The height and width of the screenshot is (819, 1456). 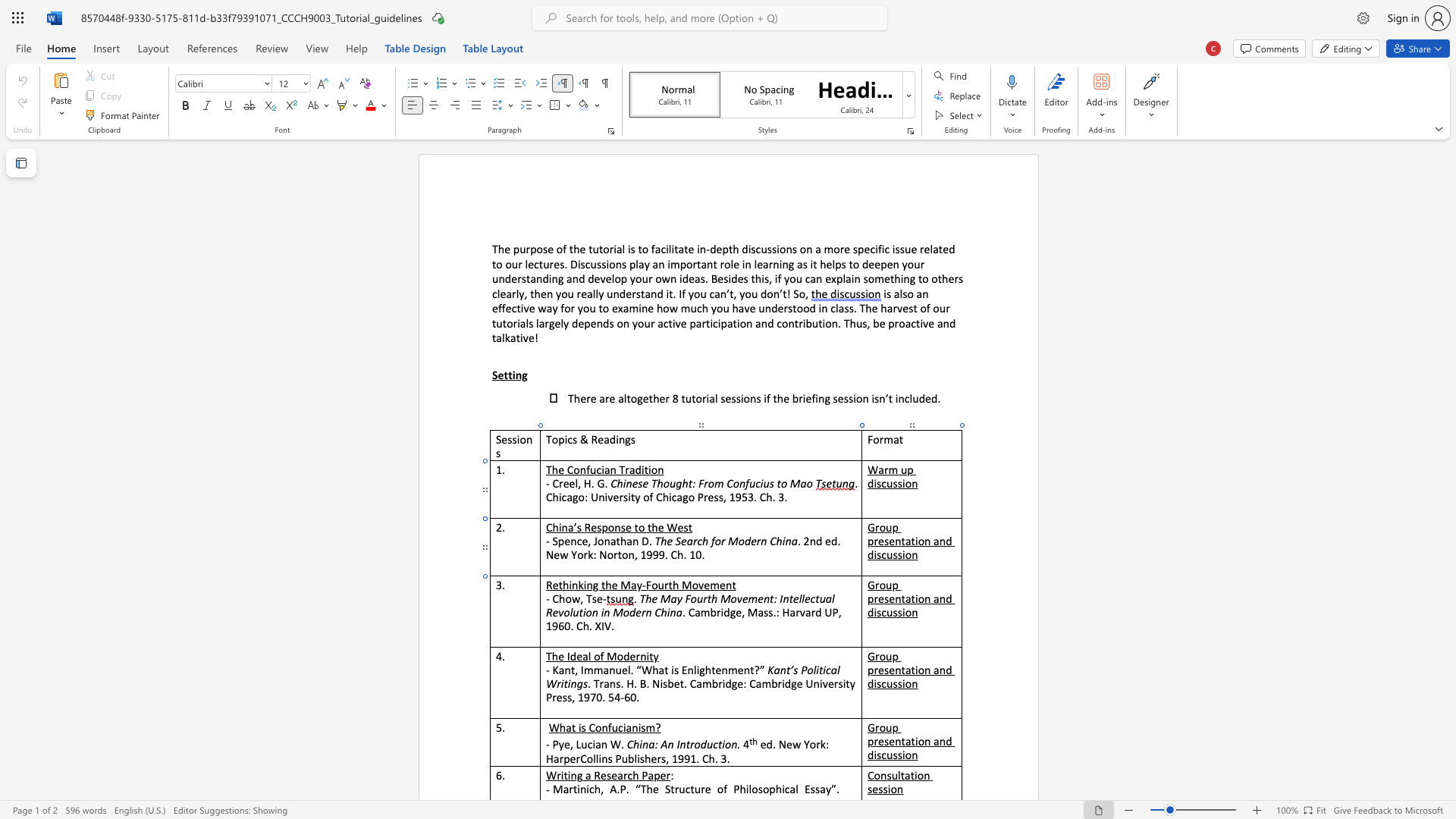 What do you see at coordinates (608, 584) in the screenshot?
I see `the 2th character "h" in the text` at bounding box center [608, 584].